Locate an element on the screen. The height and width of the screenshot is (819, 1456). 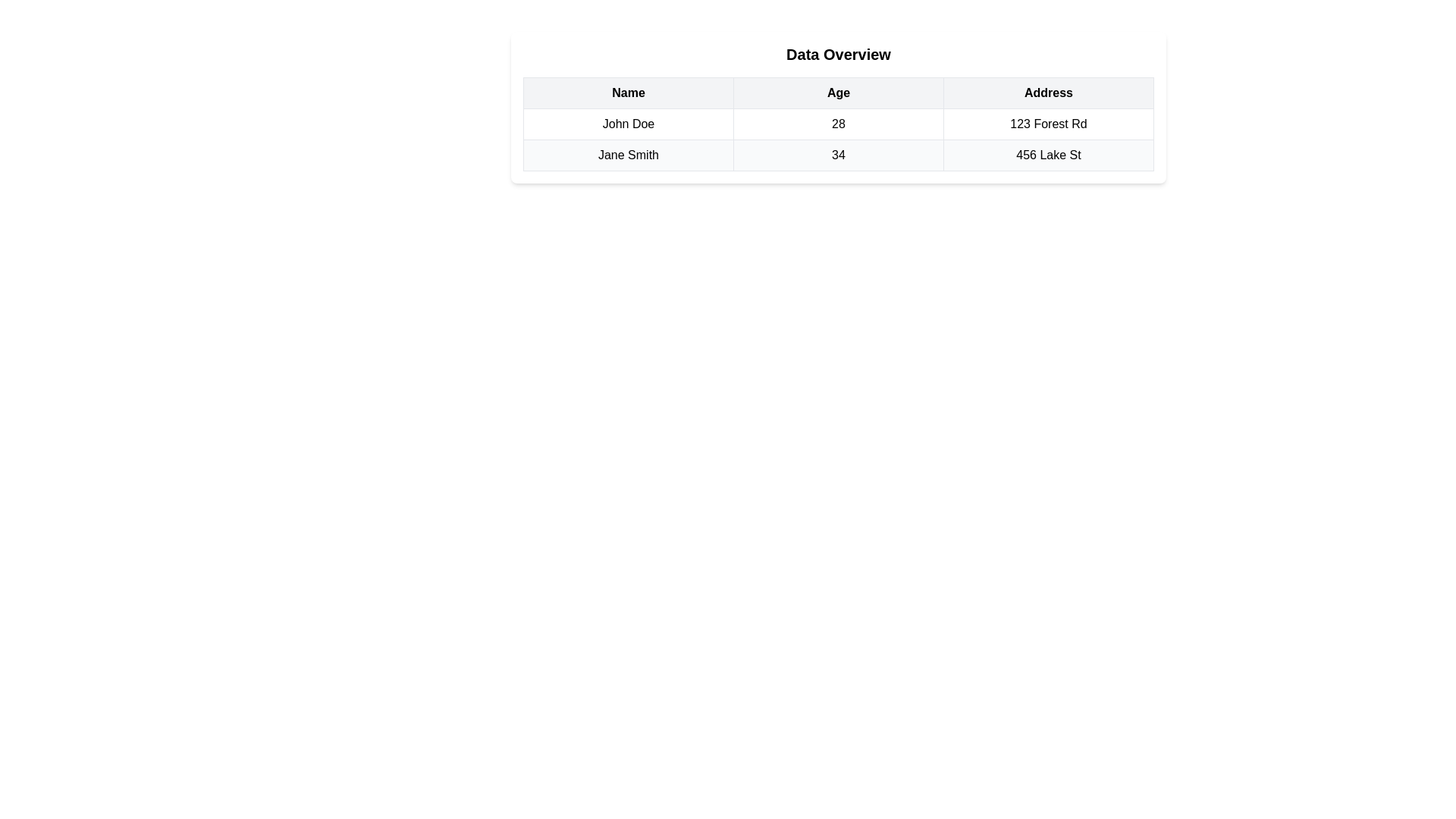
on the 'John Doe' text label located in the first cell of the first data row under the 'Name' column in the table is located at coordinates (629, 124).